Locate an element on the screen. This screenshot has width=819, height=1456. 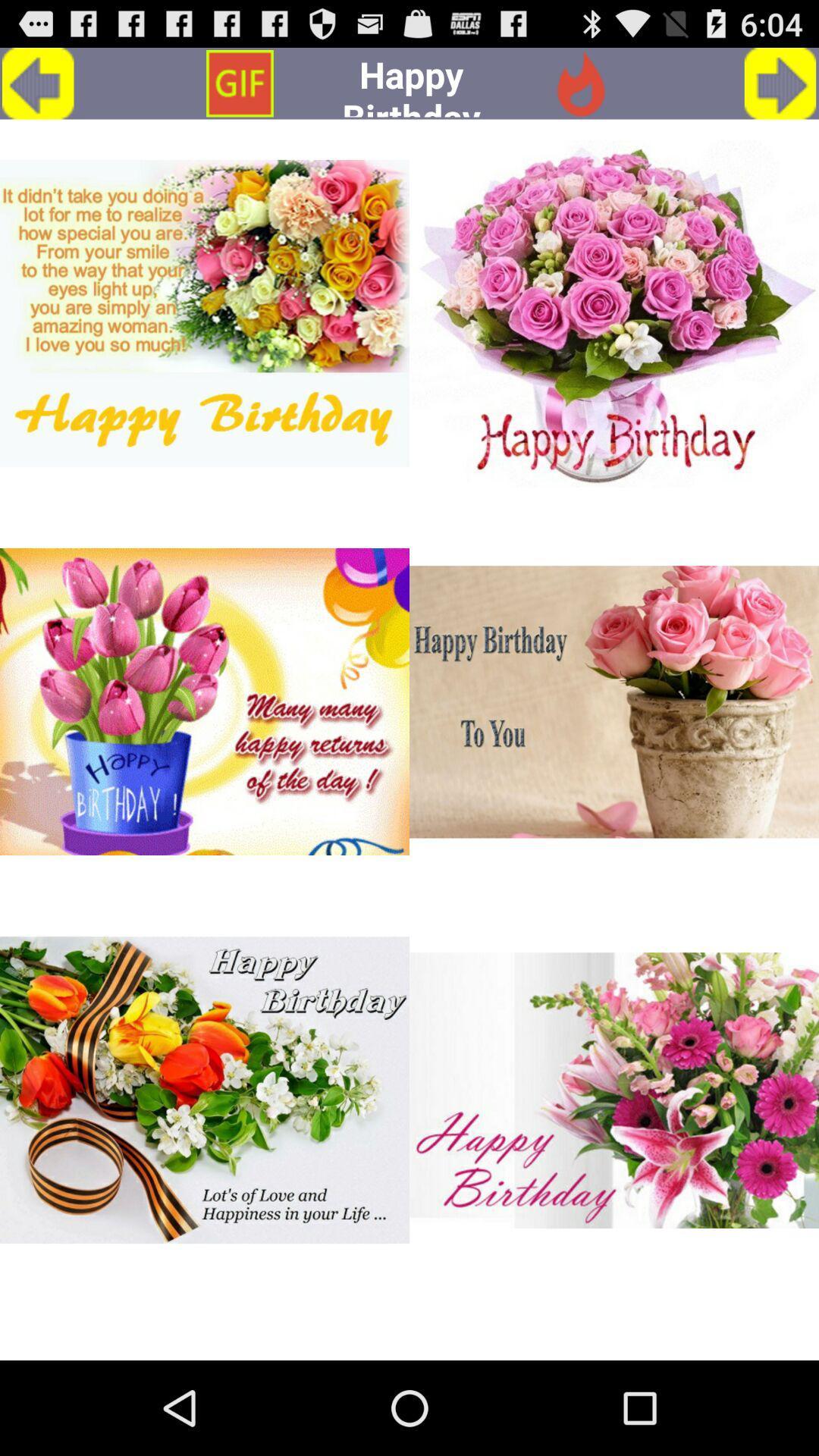
go forward is located at coordinates (780, 83).